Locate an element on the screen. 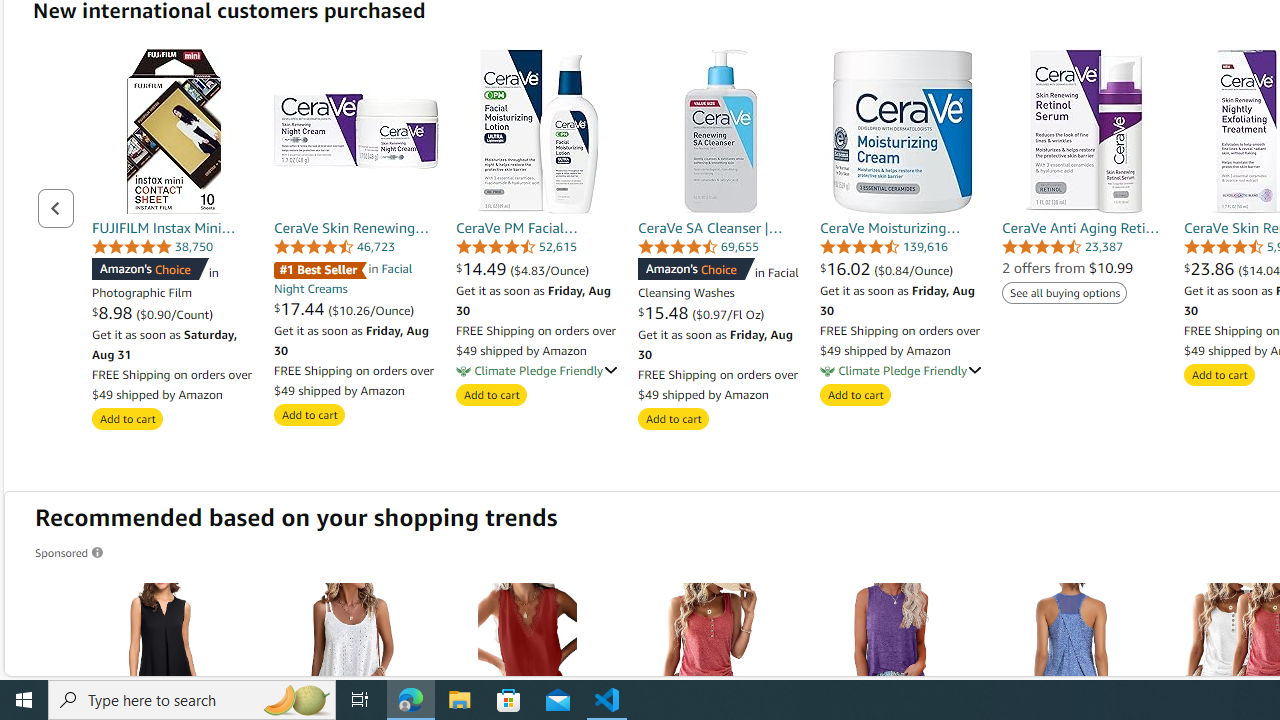  '($0.97/Fl Oz)' is located at coordinates (727, 314).